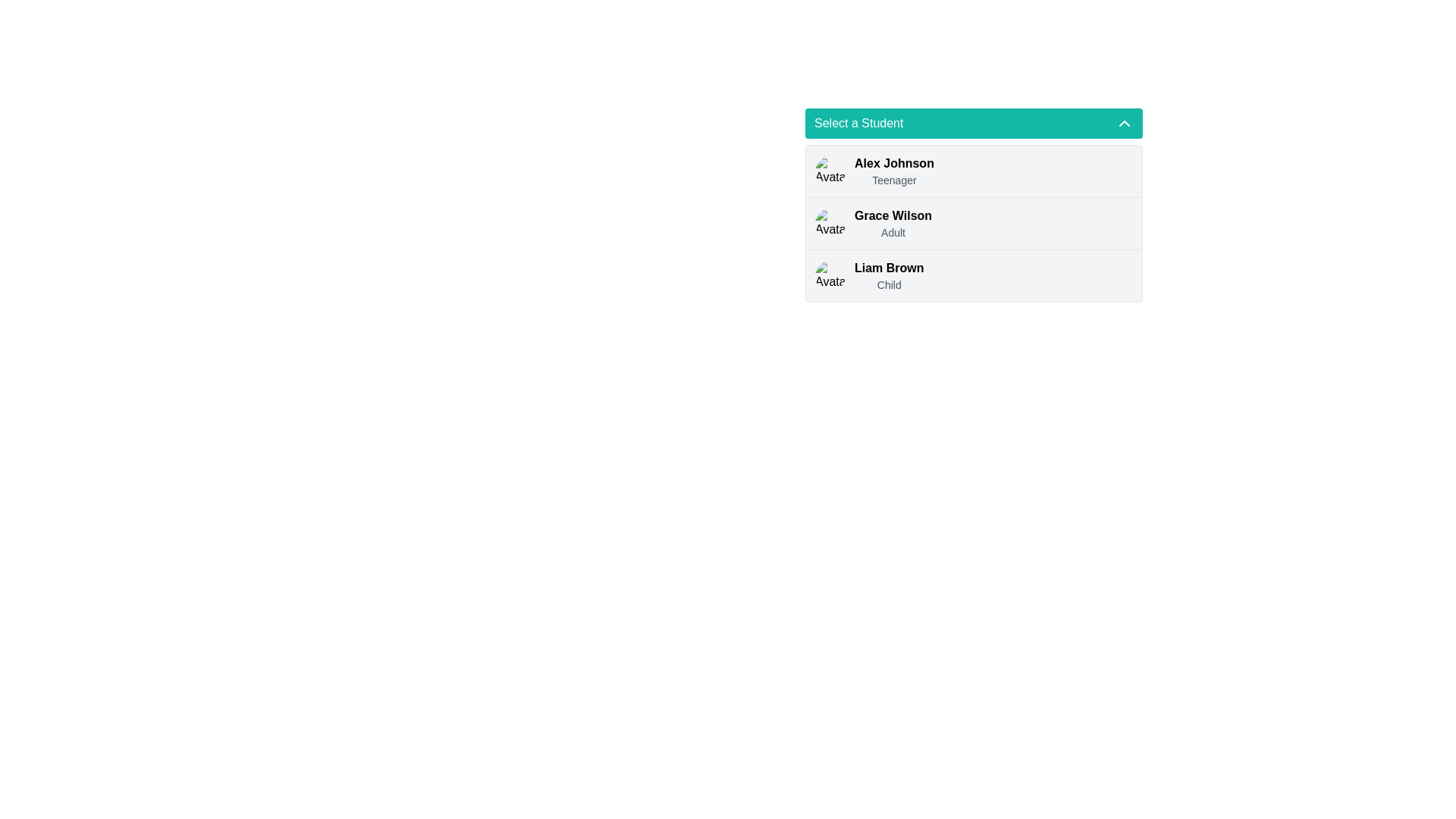  What do you see at coordinates (974, 122) in the screenshot?
I see `the dropdown menu trigger located at the top of the list of student names` at bounding box center [974, 122].